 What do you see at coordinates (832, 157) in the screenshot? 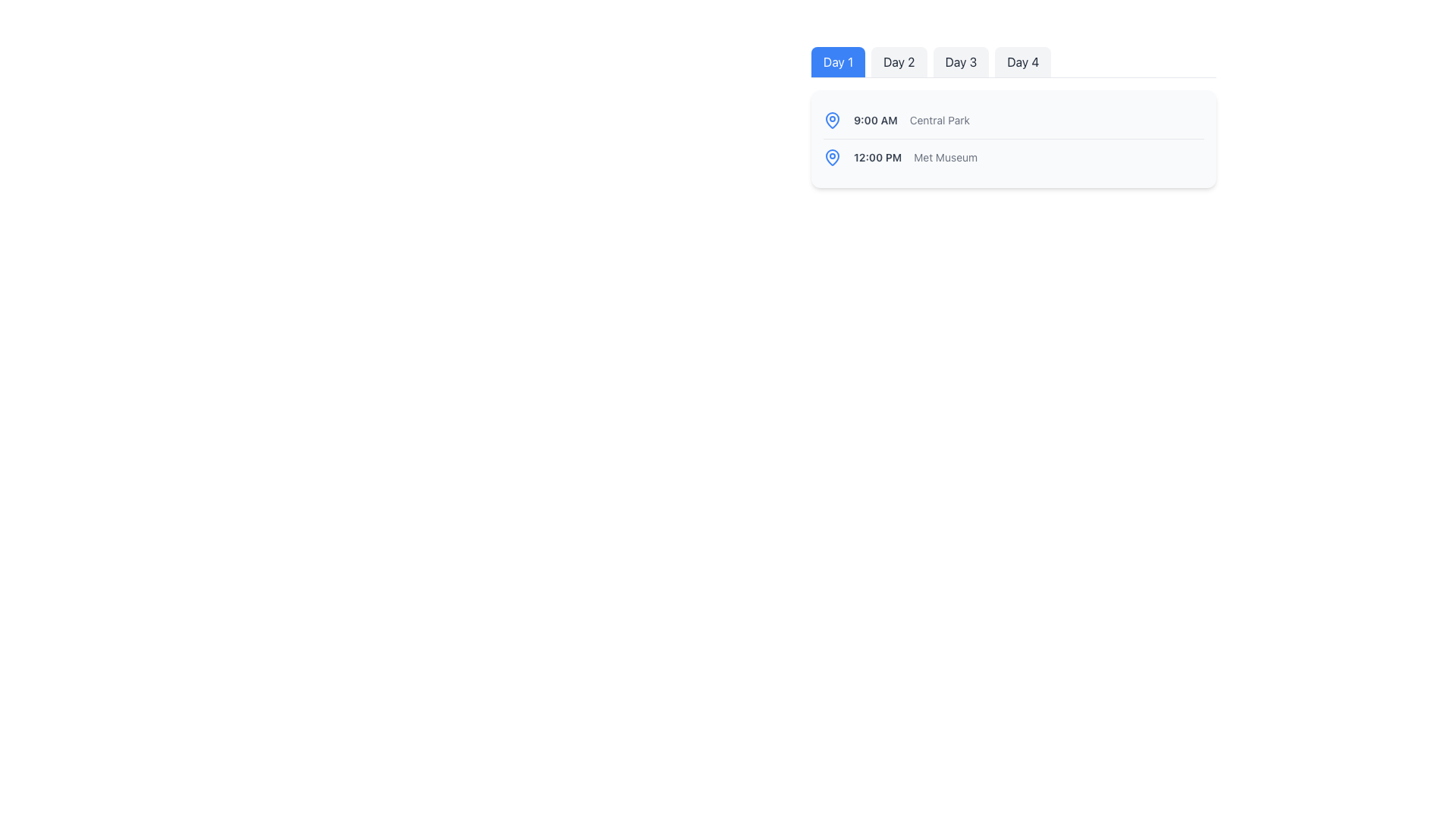
I see `the blue outline map pin icon located to the left of the '9:00 AM' text within the 'Central Park' entry` at bounding box center [832, 157].